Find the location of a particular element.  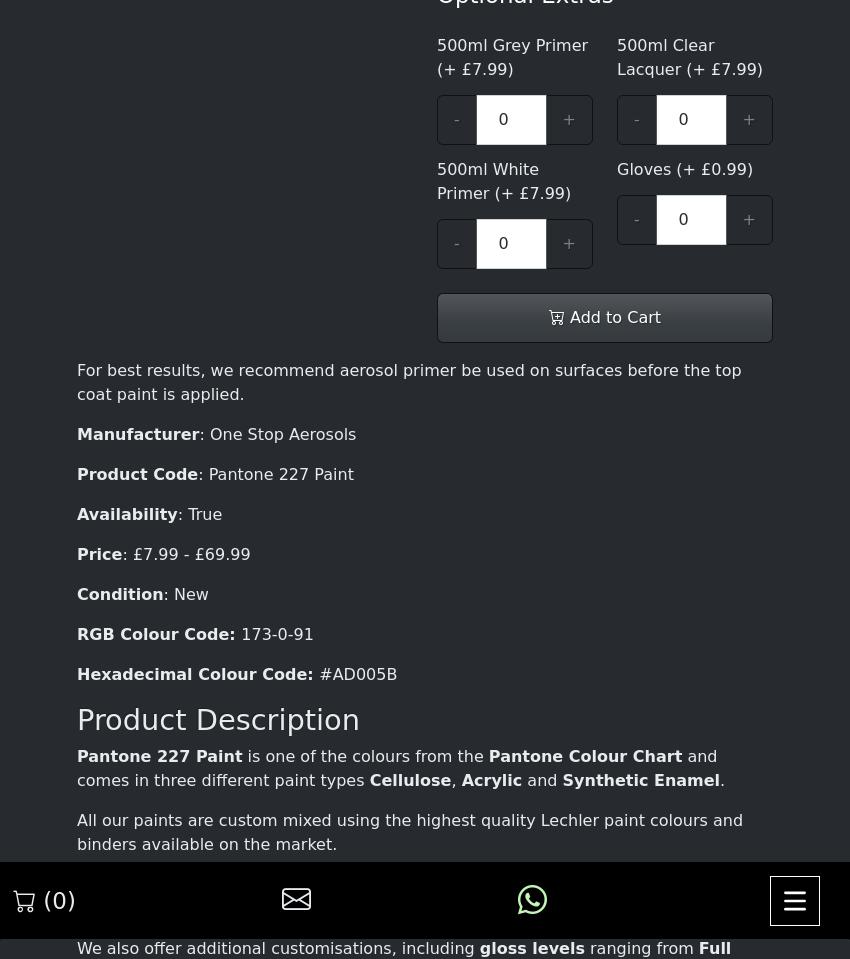

'Saturday : Closed' is located at coordinates (244, 808).